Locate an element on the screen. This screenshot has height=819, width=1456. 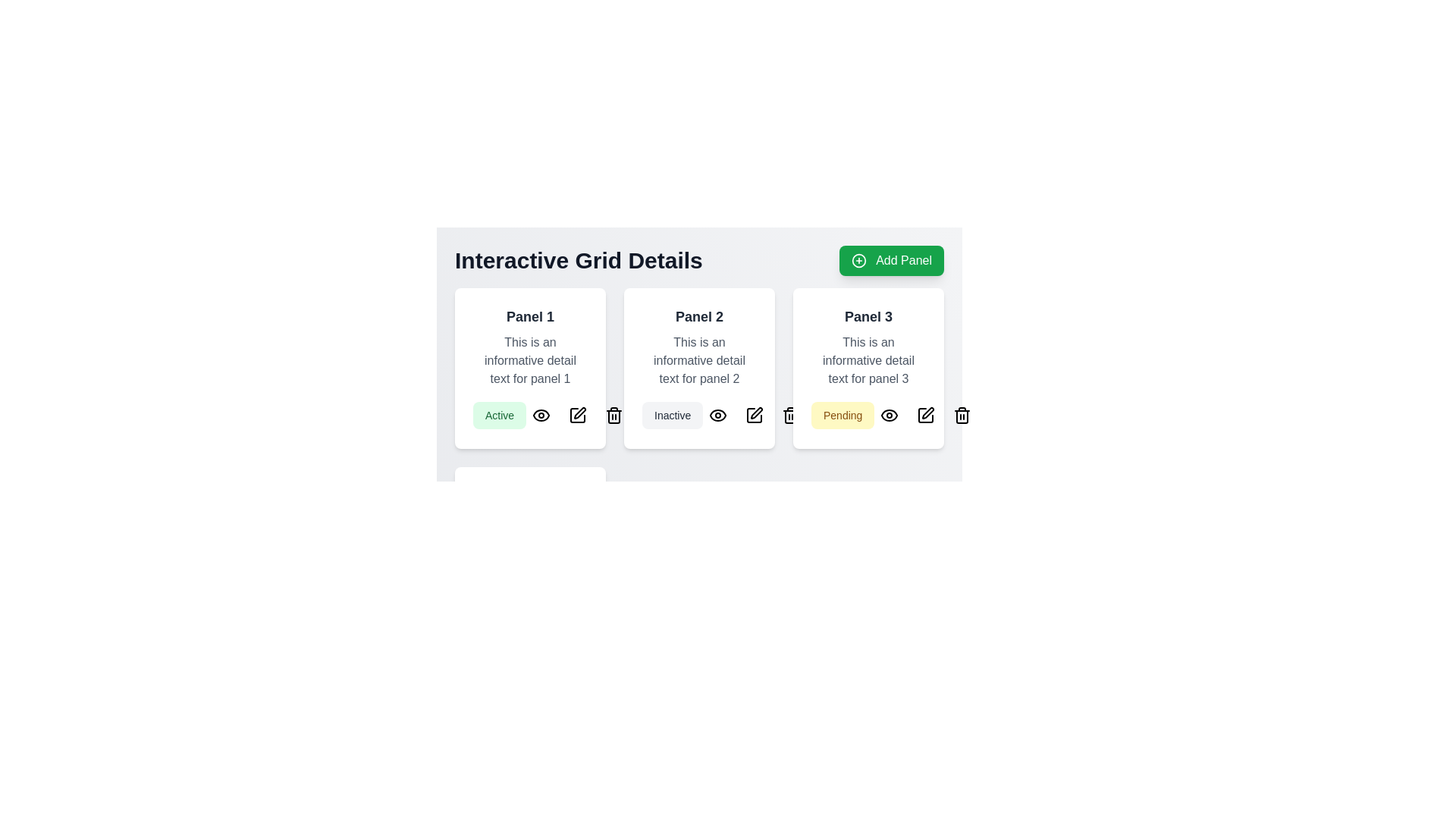
the heading text 'Panel 1' which serves as a title for the first card in the interactive grid layout is located at coordinates (530, 315).